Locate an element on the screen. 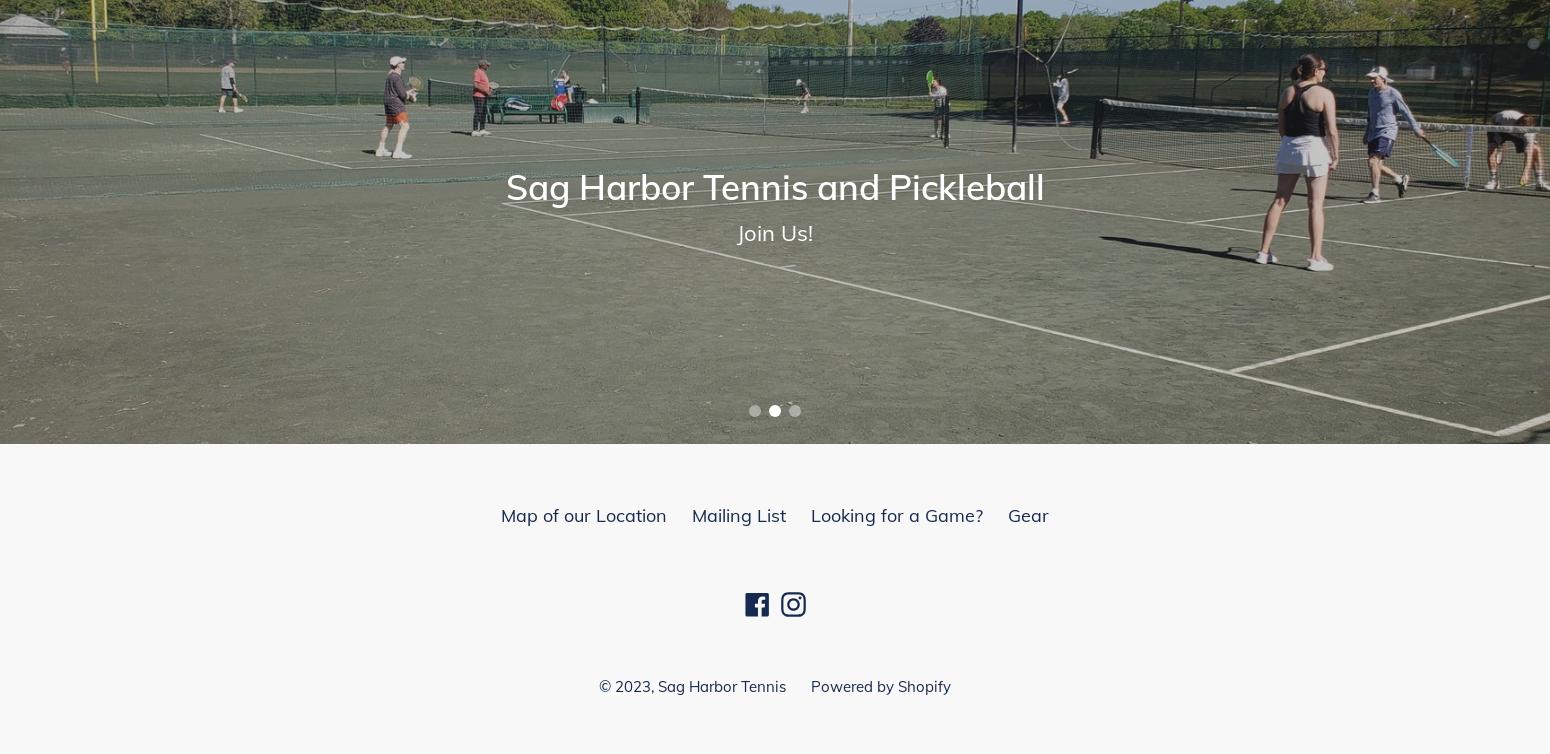  'Map of our Location' is located at coordinates (584, 515).